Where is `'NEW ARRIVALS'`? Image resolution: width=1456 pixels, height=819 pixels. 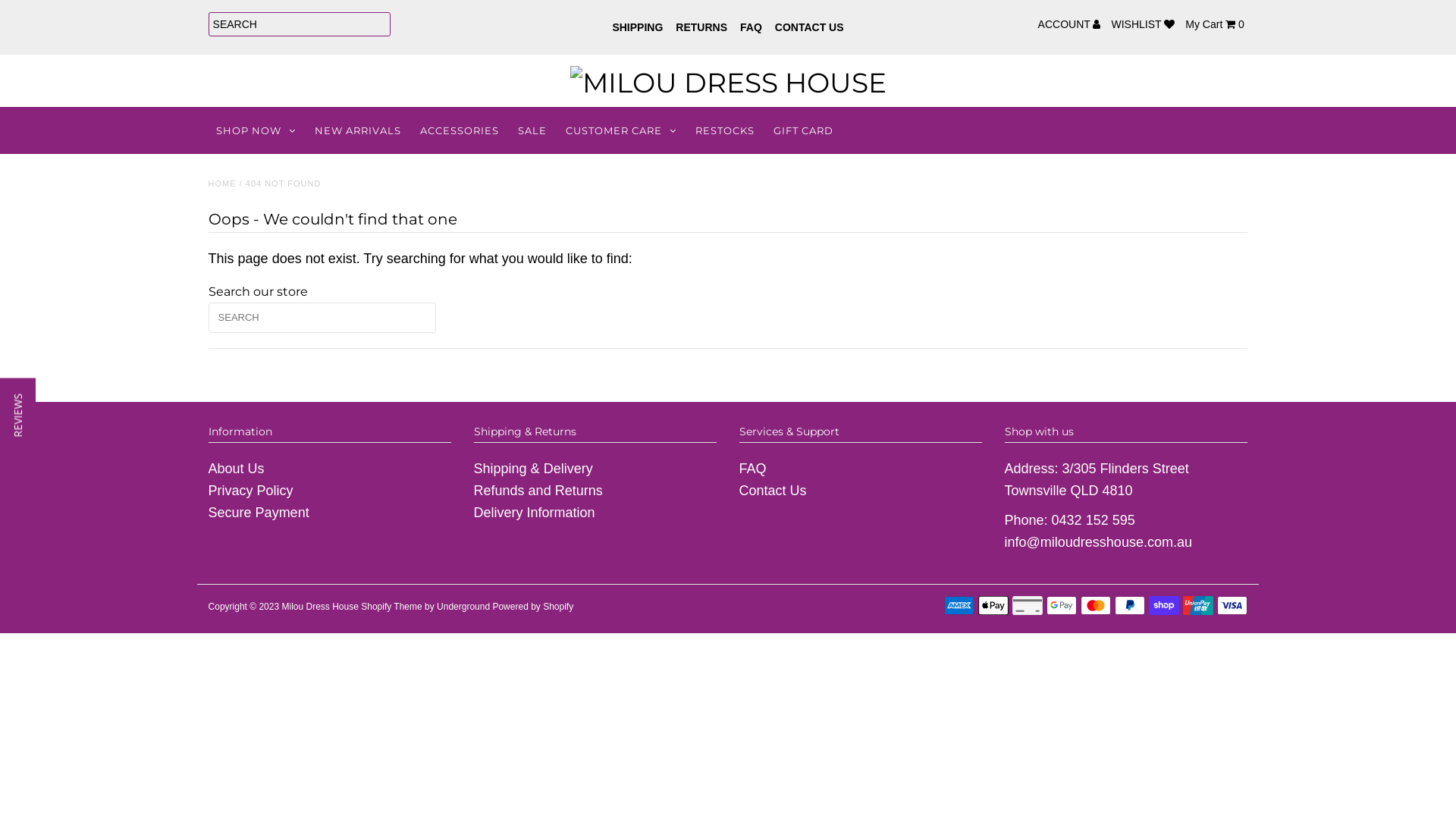 'NEW ARRIVALS' is located at coordinates (356, 130).